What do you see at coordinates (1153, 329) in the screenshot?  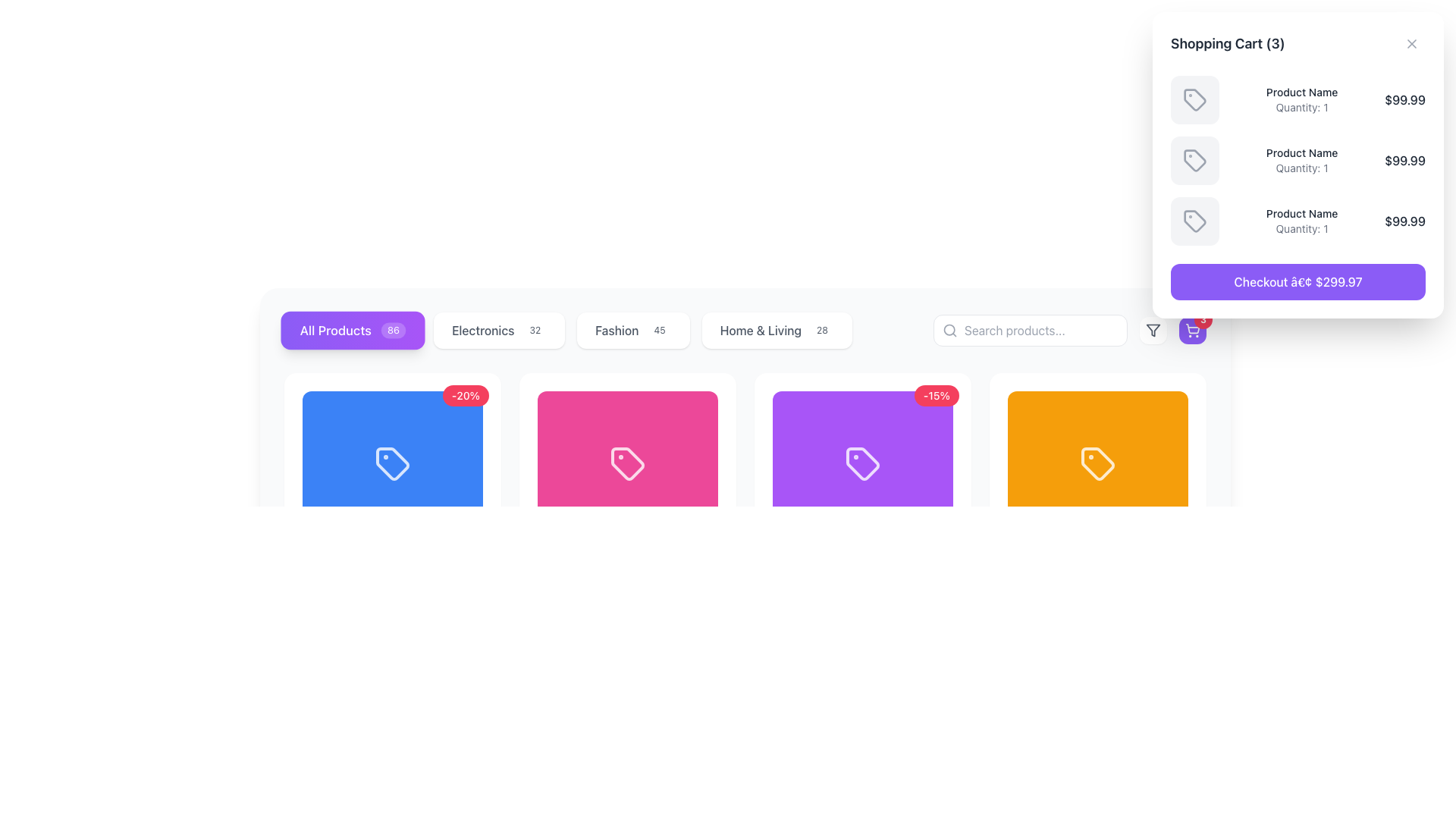 I see `the filter button located between the search icon and the shopping cart icon` at bounding box center [1153, 329].